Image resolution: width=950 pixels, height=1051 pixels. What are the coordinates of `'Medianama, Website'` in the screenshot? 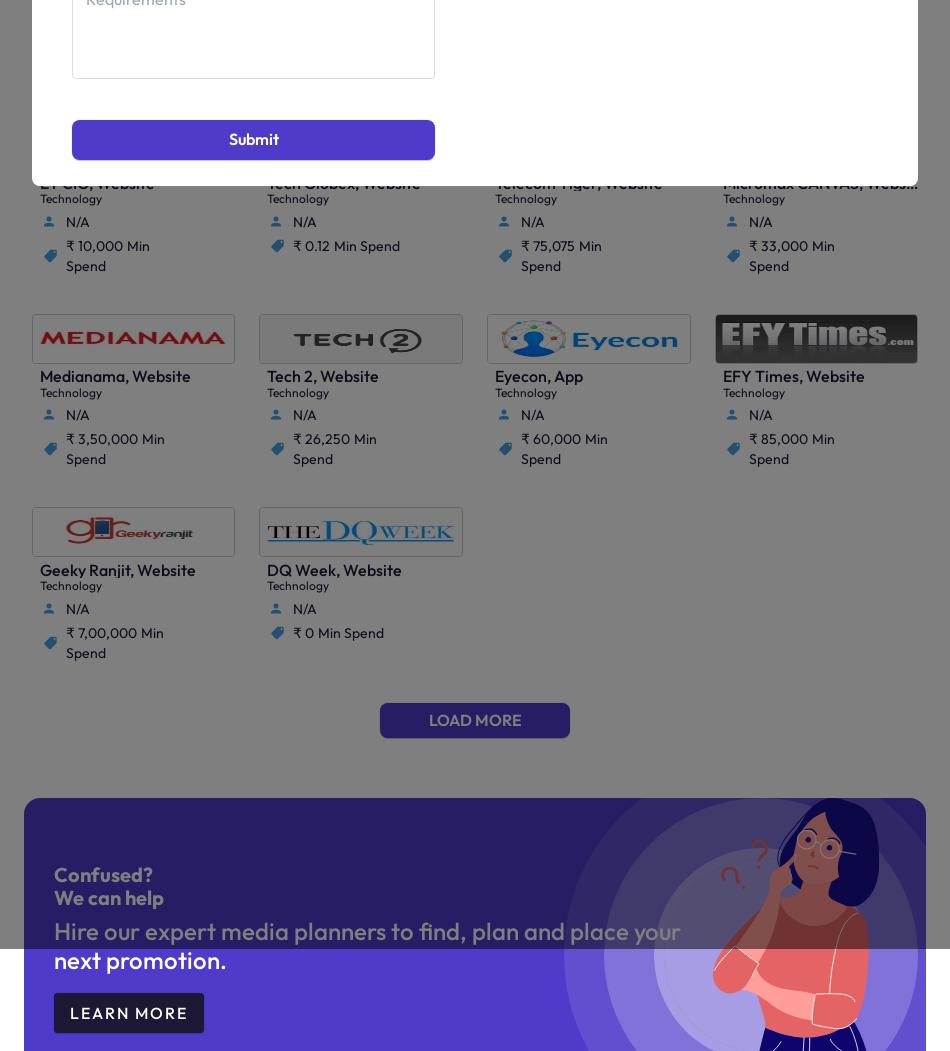 It's located at (39, 375).